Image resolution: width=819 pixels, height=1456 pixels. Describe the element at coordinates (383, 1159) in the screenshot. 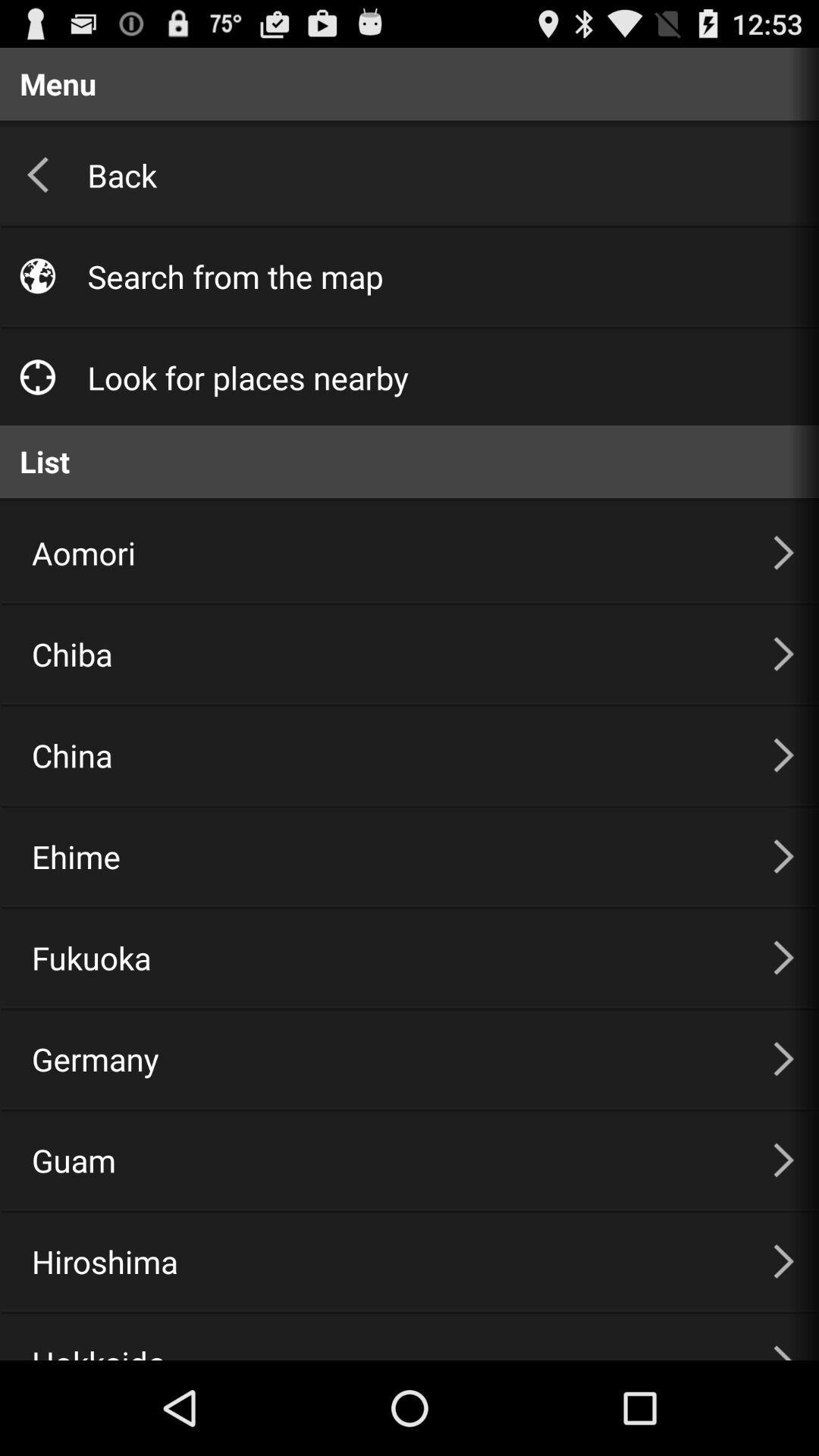

I see `the guam icon` at that location.